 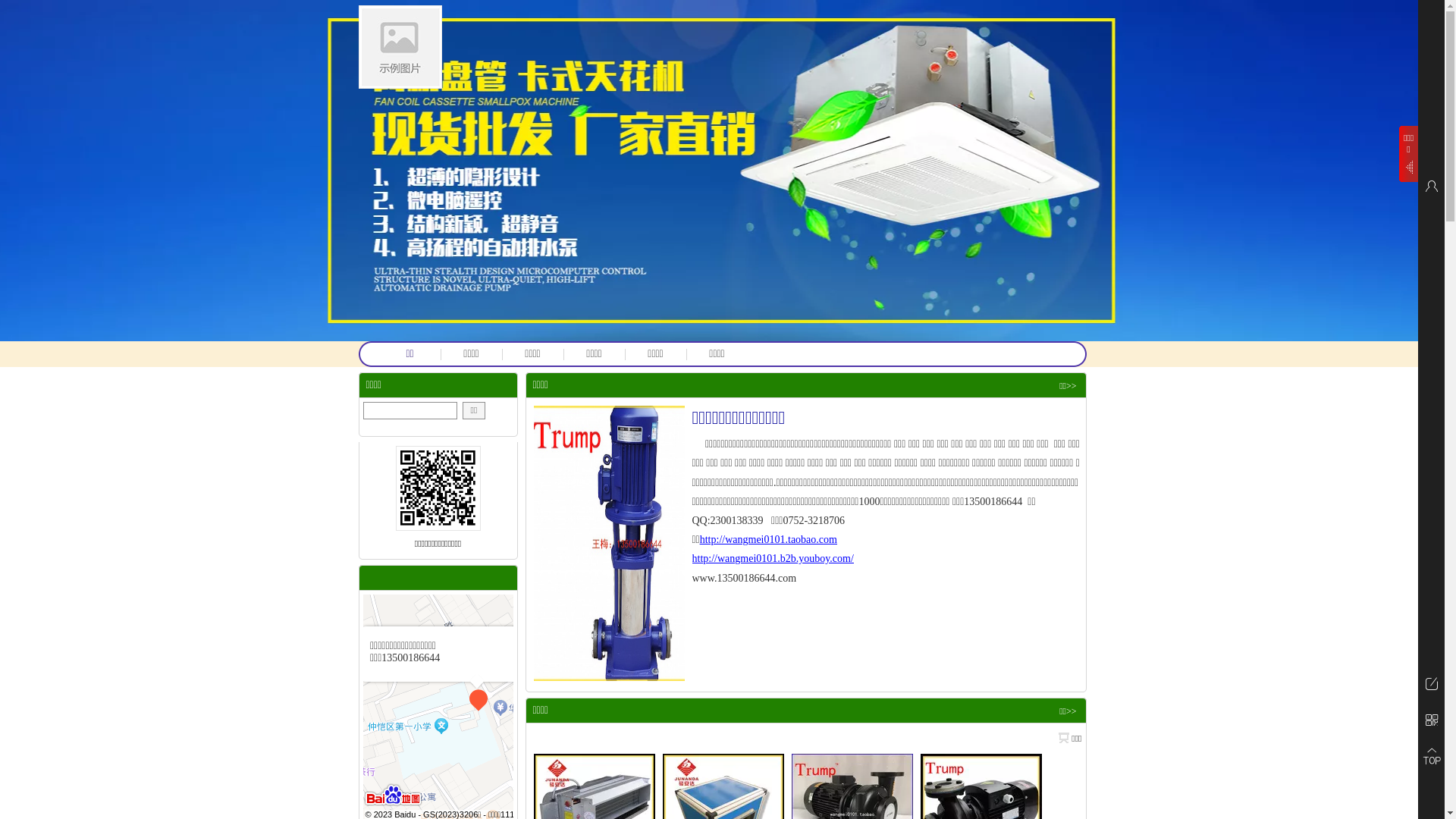 What do you see at coordinates (772, 558) in the screenshot?
I see `'http://wangmei0101.b2b.youboy.com/'` at bounding box center [772, 558].